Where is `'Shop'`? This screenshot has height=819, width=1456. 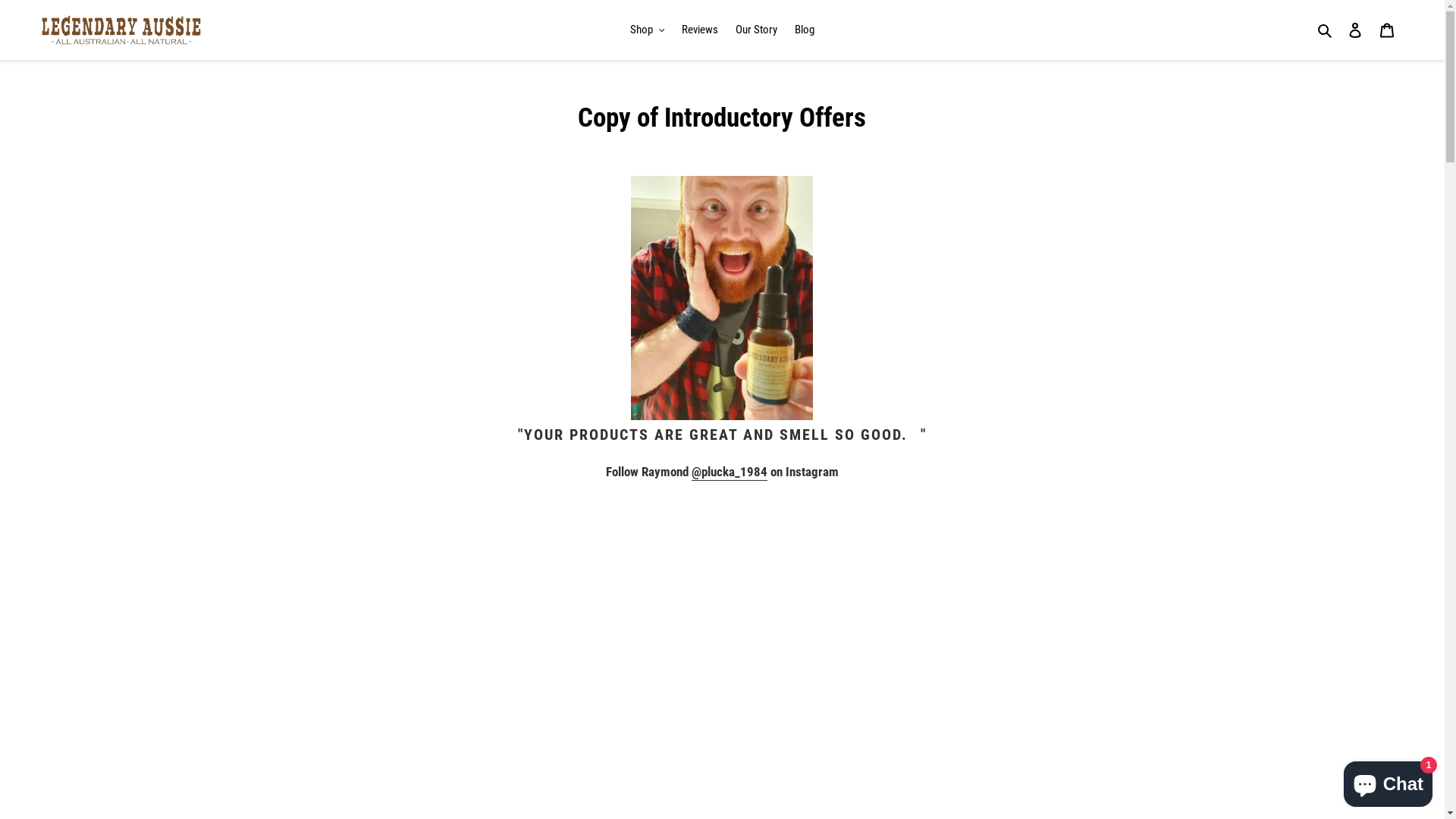
'Shop' is located at coordinates (648, 30).